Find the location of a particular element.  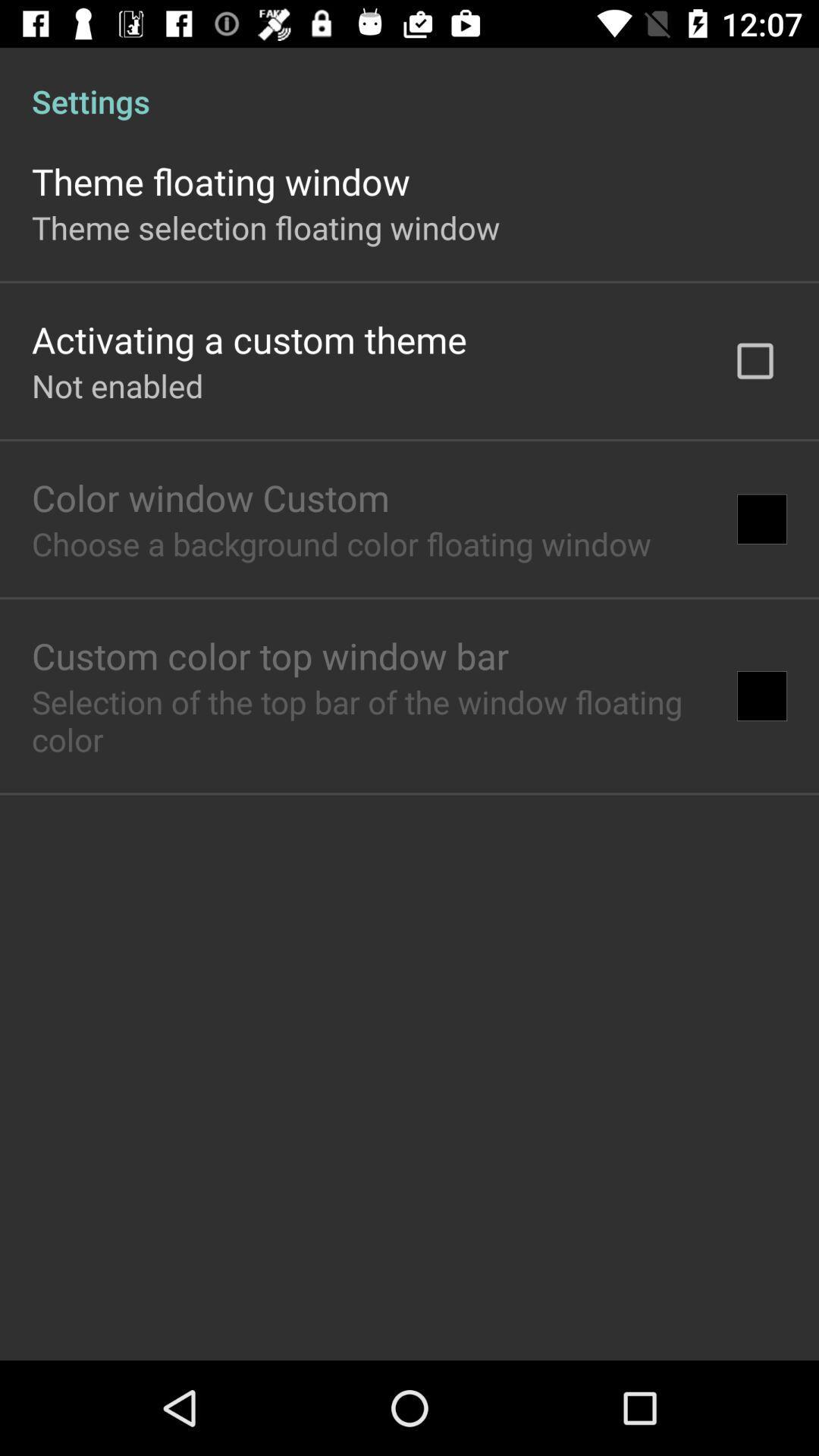

app below settings app is located at coordinates (755, 360).